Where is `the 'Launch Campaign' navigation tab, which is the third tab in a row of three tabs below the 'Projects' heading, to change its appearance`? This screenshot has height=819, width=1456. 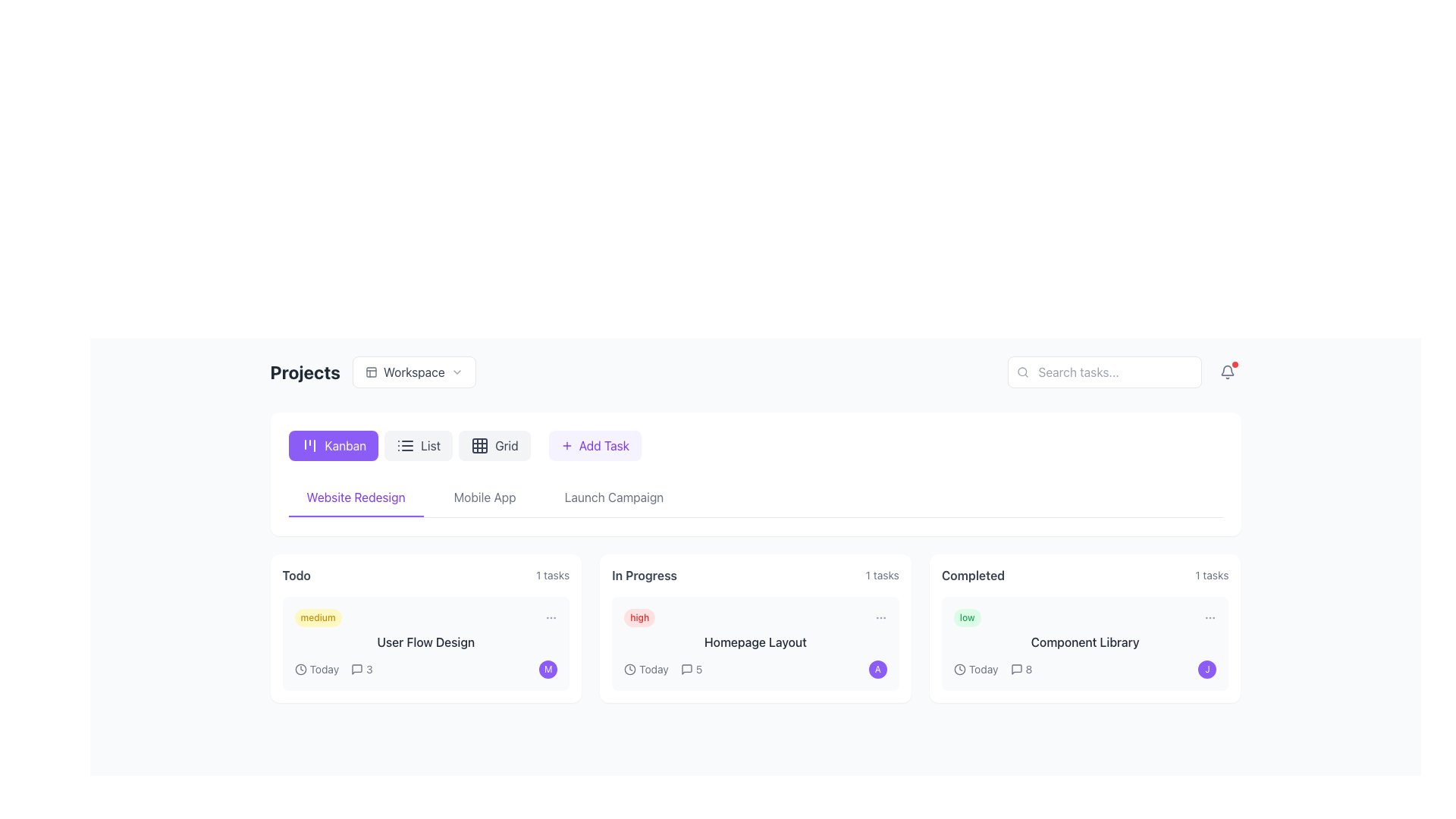 the 'Launch Campaign' navigation tab, which is the third tab in a row of three tabs below the 'Projects' heading, to change its appearance is located at coordinates (614, 497).